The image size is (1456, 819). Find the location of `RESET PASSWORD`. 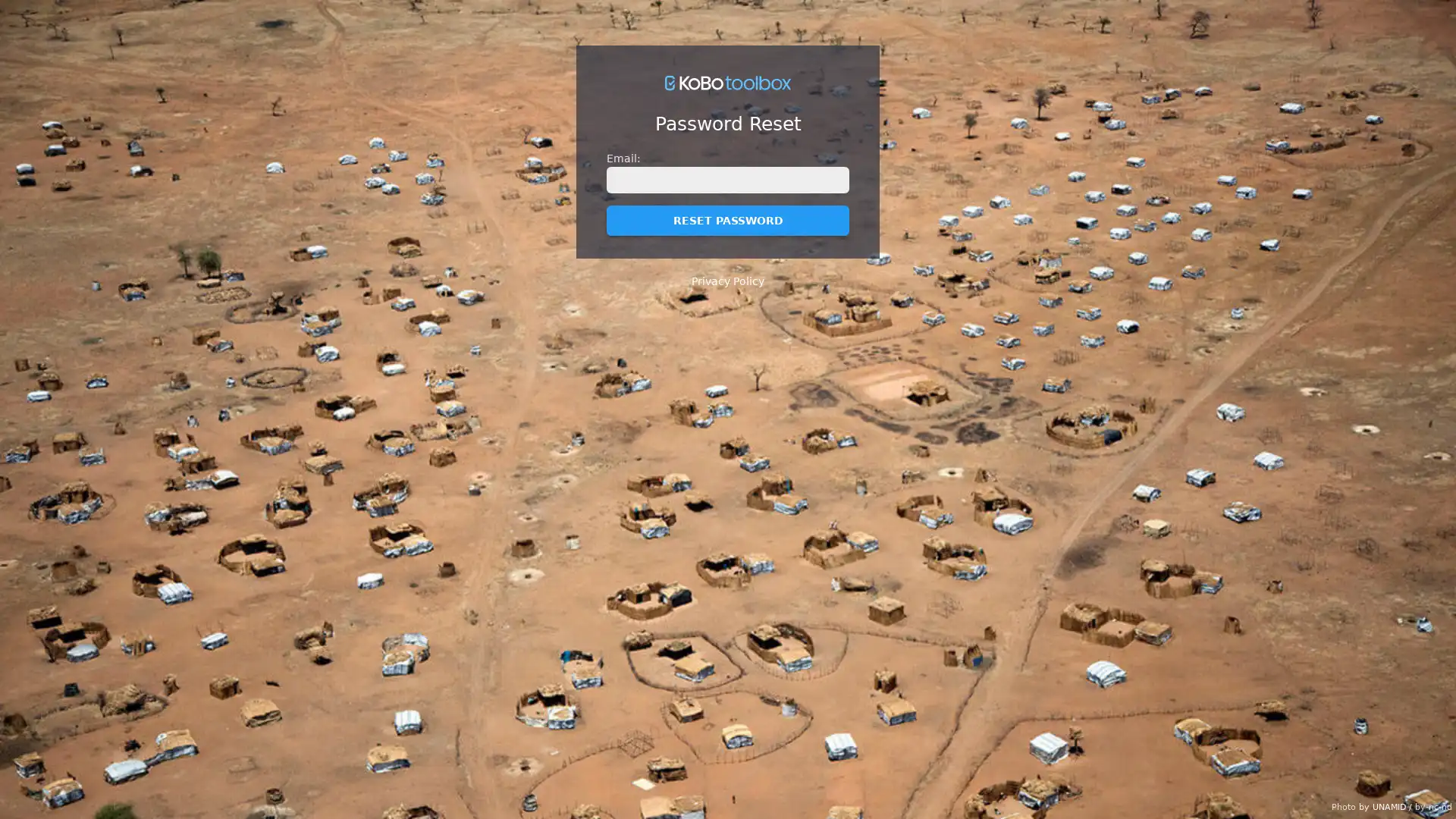

RESET PASSWORD is located at coordinates (728, 220).